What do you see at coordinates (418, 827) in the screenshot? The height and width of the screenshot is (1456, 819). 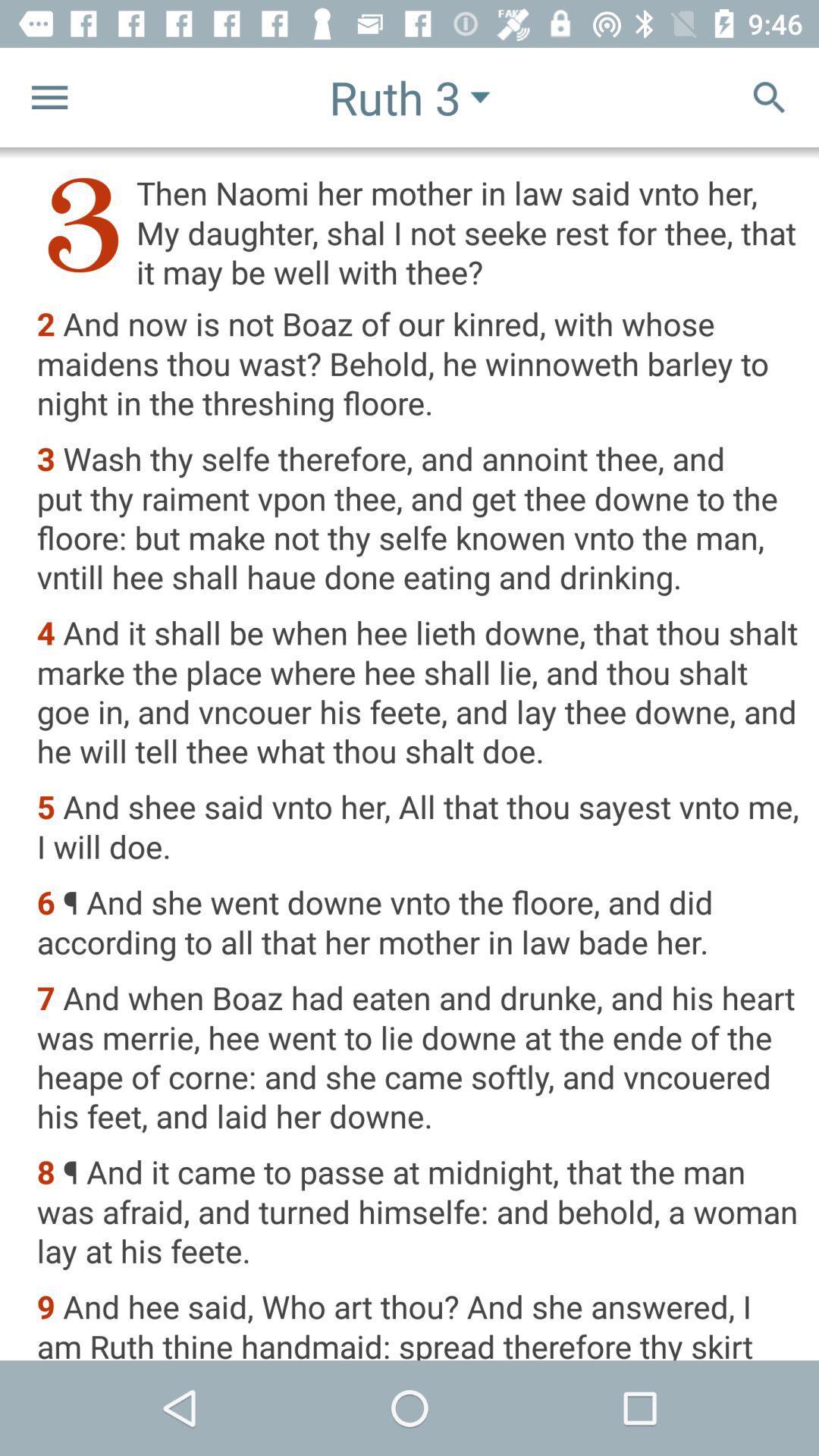 I see `item below 4 and it` at bounding box center [418, 827].